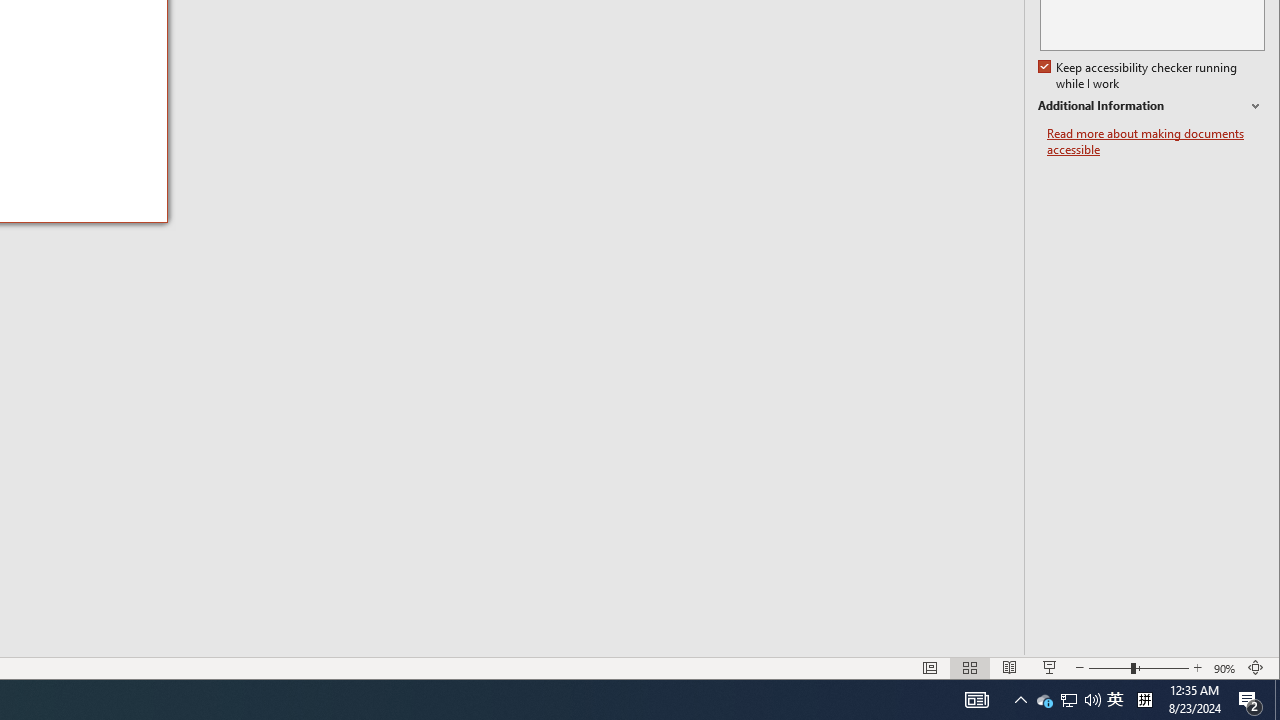 The height and width of the screenshot is (720, 1280). Describe the element at coordinates (1276, 698) in the screenshot. I see `'Show desktop'` at that location.